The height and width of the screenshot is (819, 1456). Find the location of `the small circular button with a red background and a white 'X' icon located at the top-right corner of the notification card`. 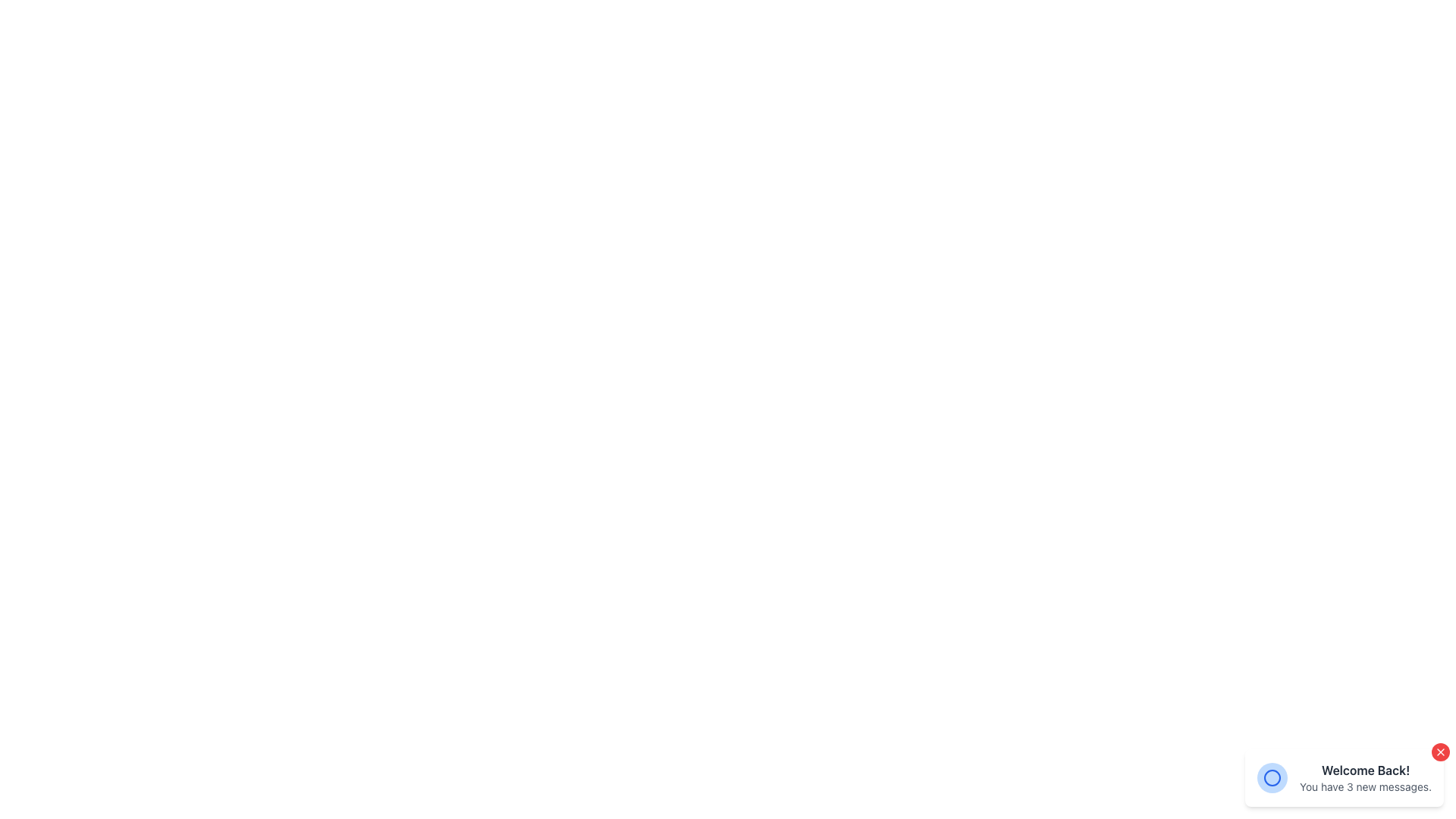

the small circular button with a red background and a white 'X' icon located at the top-right corner of the notification card is located at coordinates (1440, 752).